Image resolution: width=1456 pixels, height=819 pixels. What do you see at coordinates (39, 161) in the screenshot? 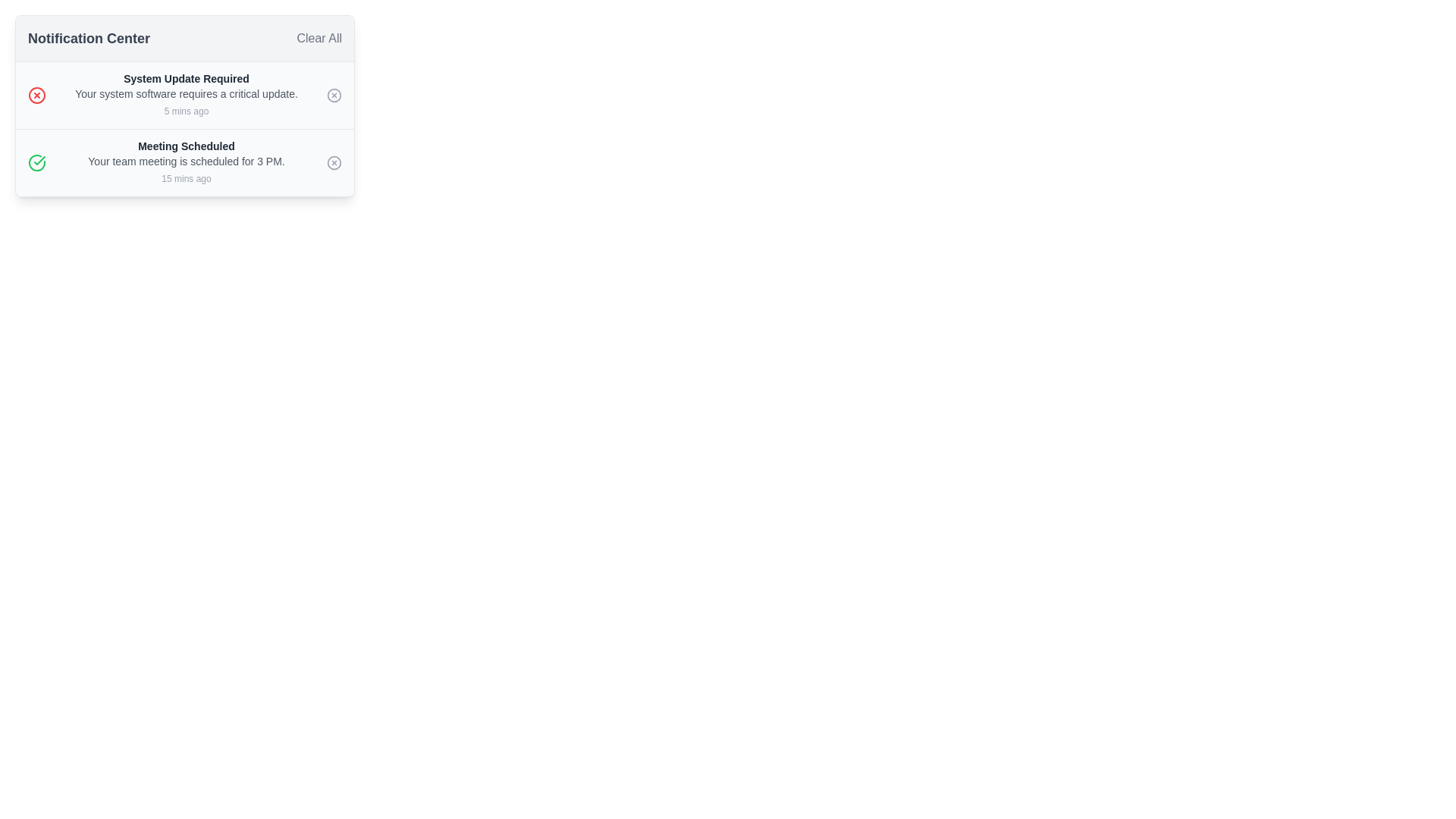
I see `the green checkmark icon within the Notification Center panel, located in the second row, to the left of the 'Meeting Scheduled' text` at bounding box center [39, 161].